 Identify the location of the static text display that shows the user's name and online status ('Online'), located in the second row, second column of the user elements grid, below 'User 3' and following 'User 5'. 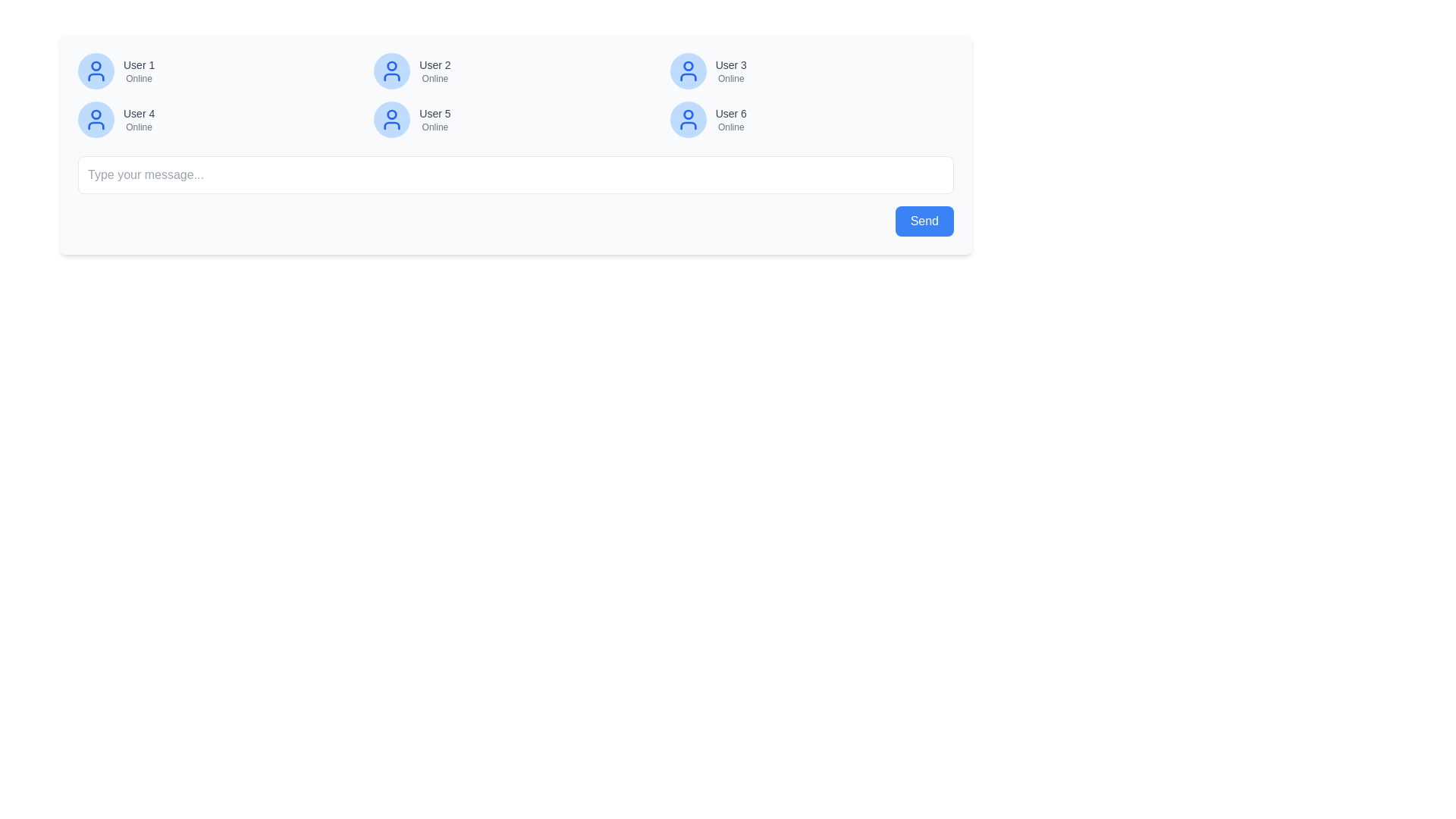
(731, 119).